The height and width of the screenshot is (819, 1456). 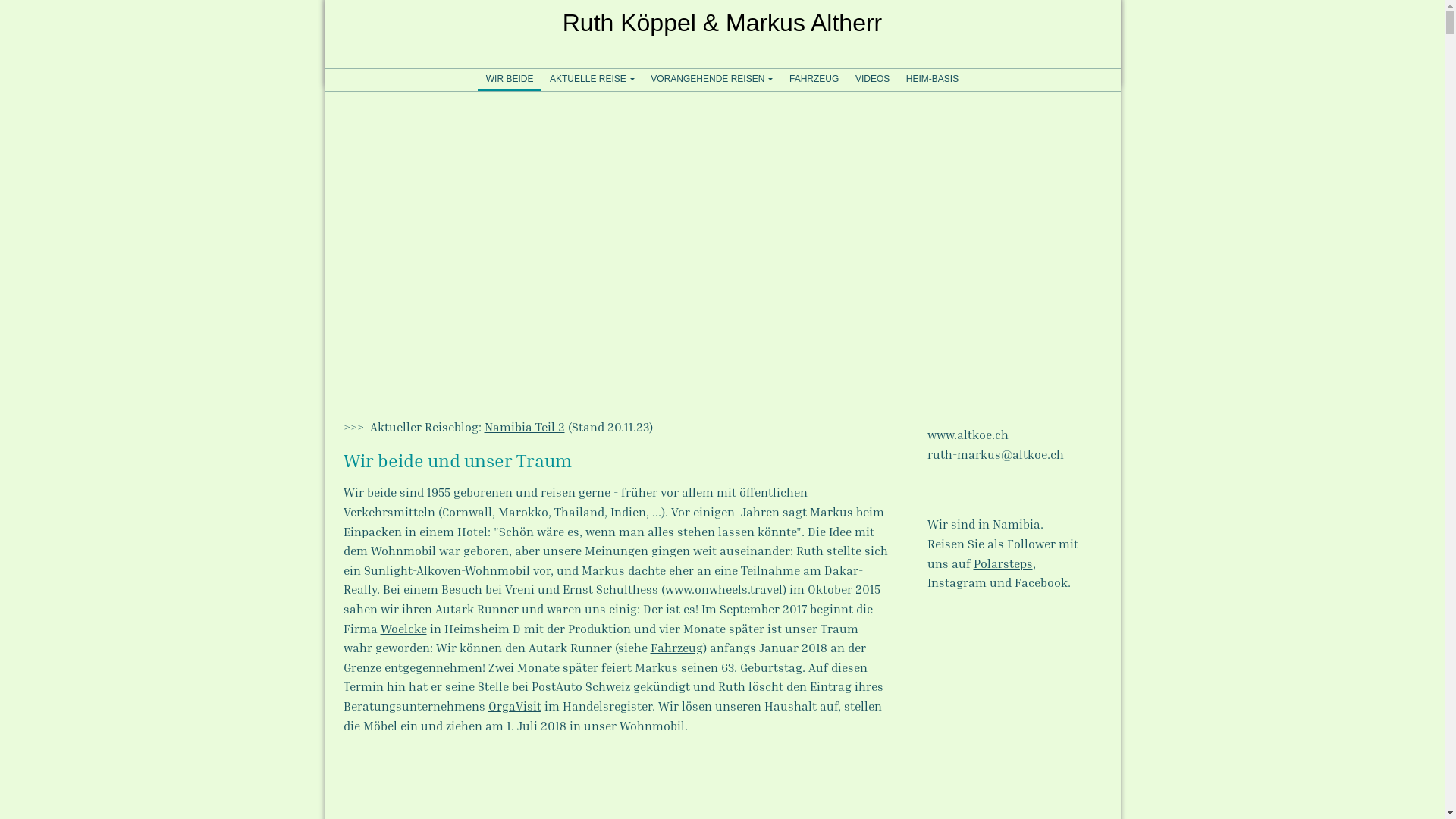 What do you see at coordinates (591, 79) in the screenshot?
I see `'AKTUELLE REISE'` at bounding box center [591, 79].